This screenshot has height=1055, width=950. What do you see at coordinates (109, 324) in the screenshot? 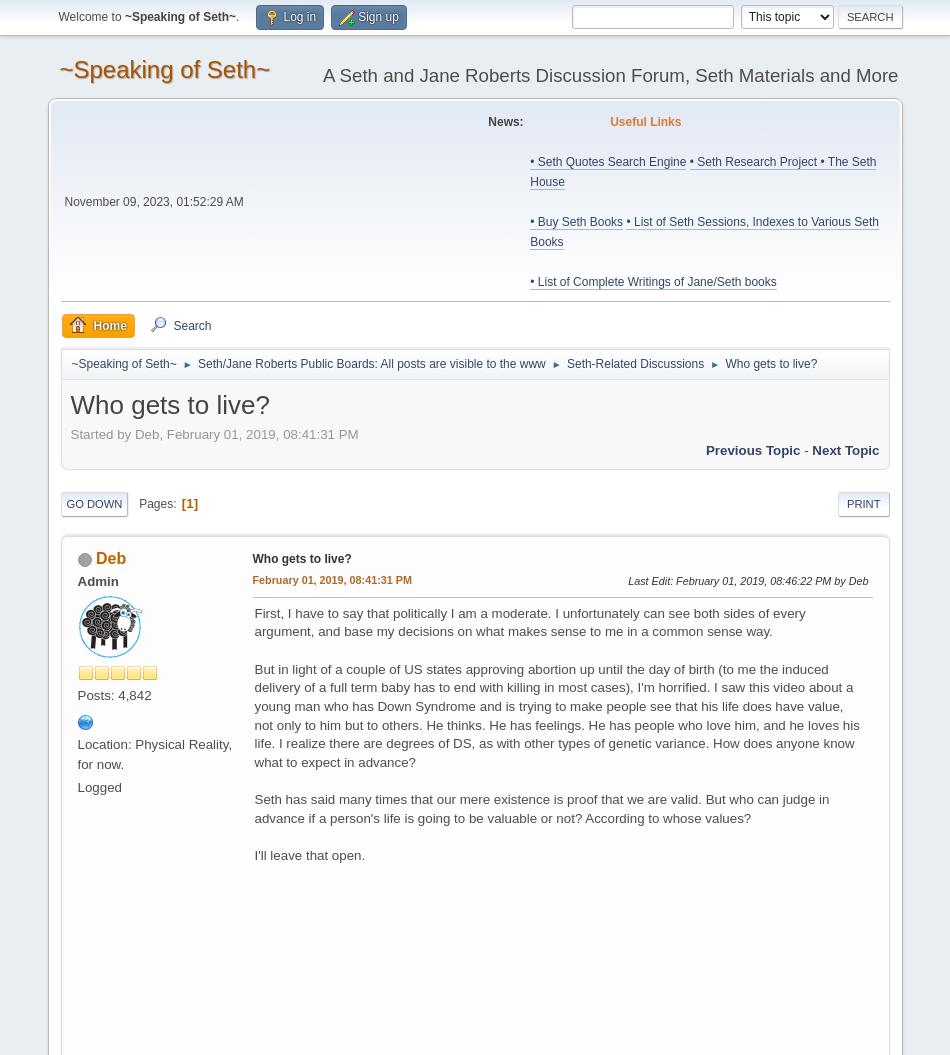
I see `'Home'` at bounding box center [109, 324].